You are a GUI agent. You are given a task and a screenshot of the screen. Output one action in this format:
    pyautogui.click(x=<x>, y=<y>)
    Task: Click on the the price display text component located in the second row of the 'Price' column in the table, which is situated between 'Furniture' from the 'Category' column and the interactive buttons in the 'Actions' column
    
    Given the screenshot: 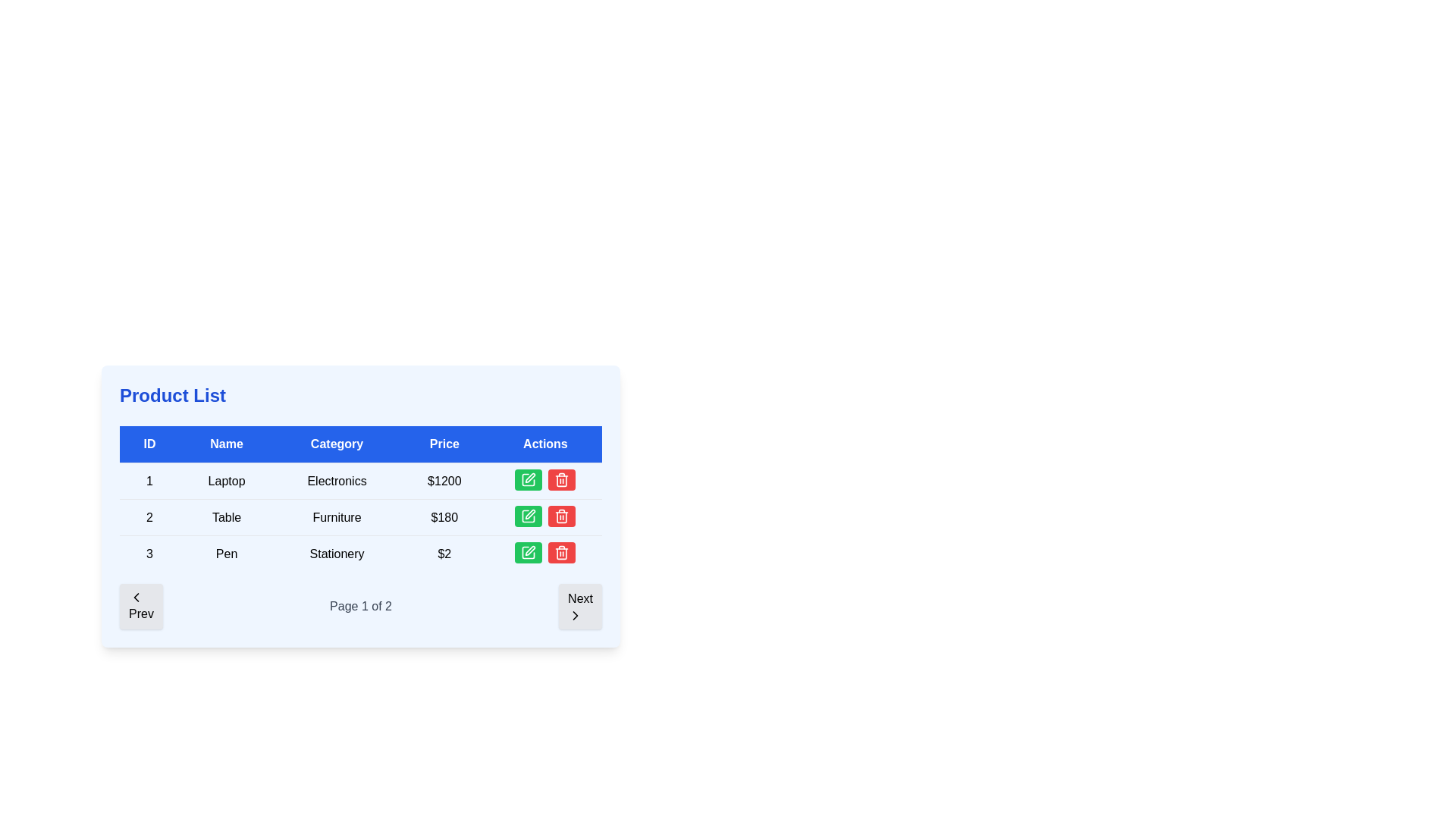 What is the action you would take?
    pyautogui.click(x=444, y=516)
    